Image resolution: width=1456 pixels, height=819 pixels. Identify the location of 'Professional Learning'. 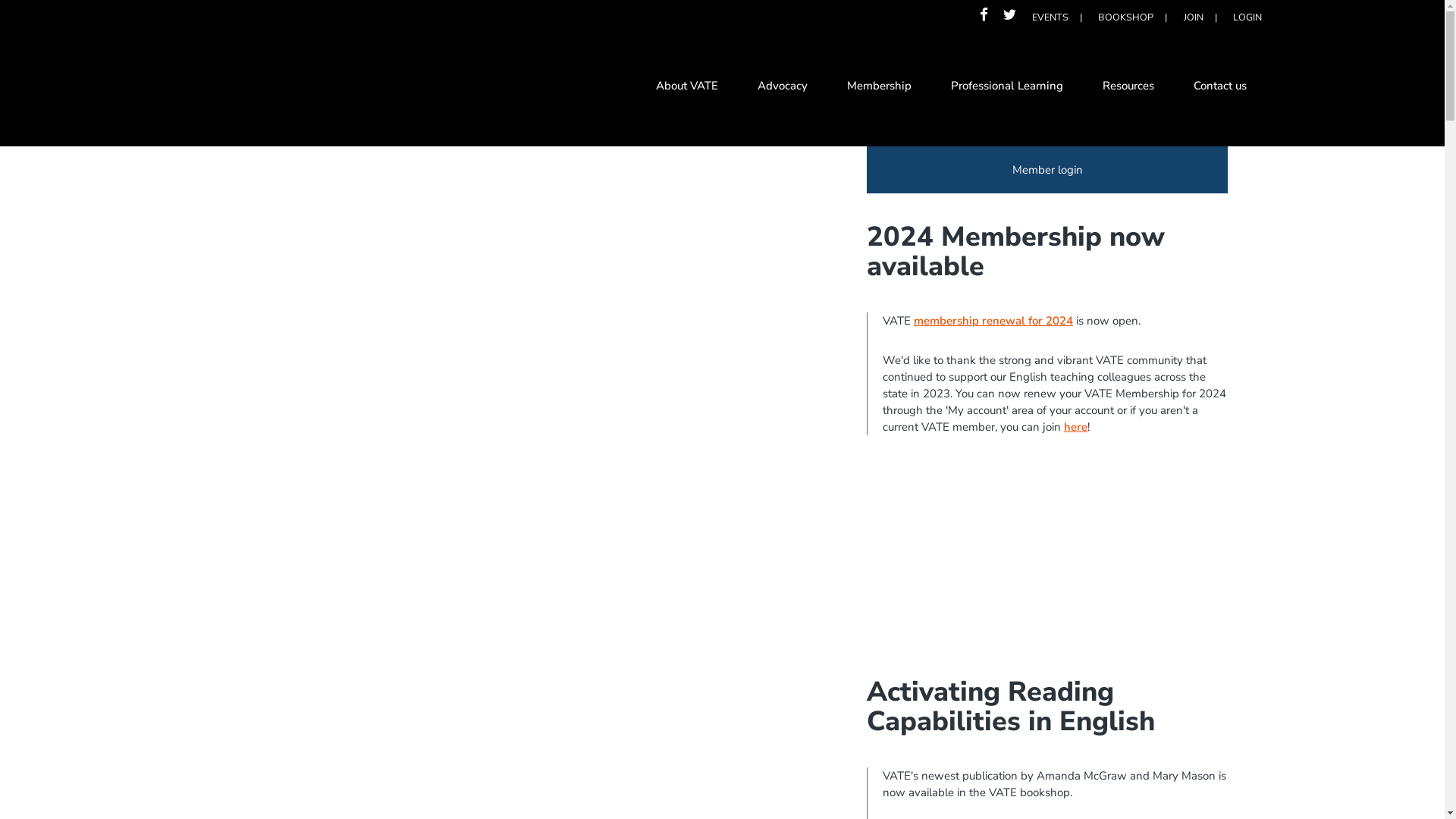
(930, 87).